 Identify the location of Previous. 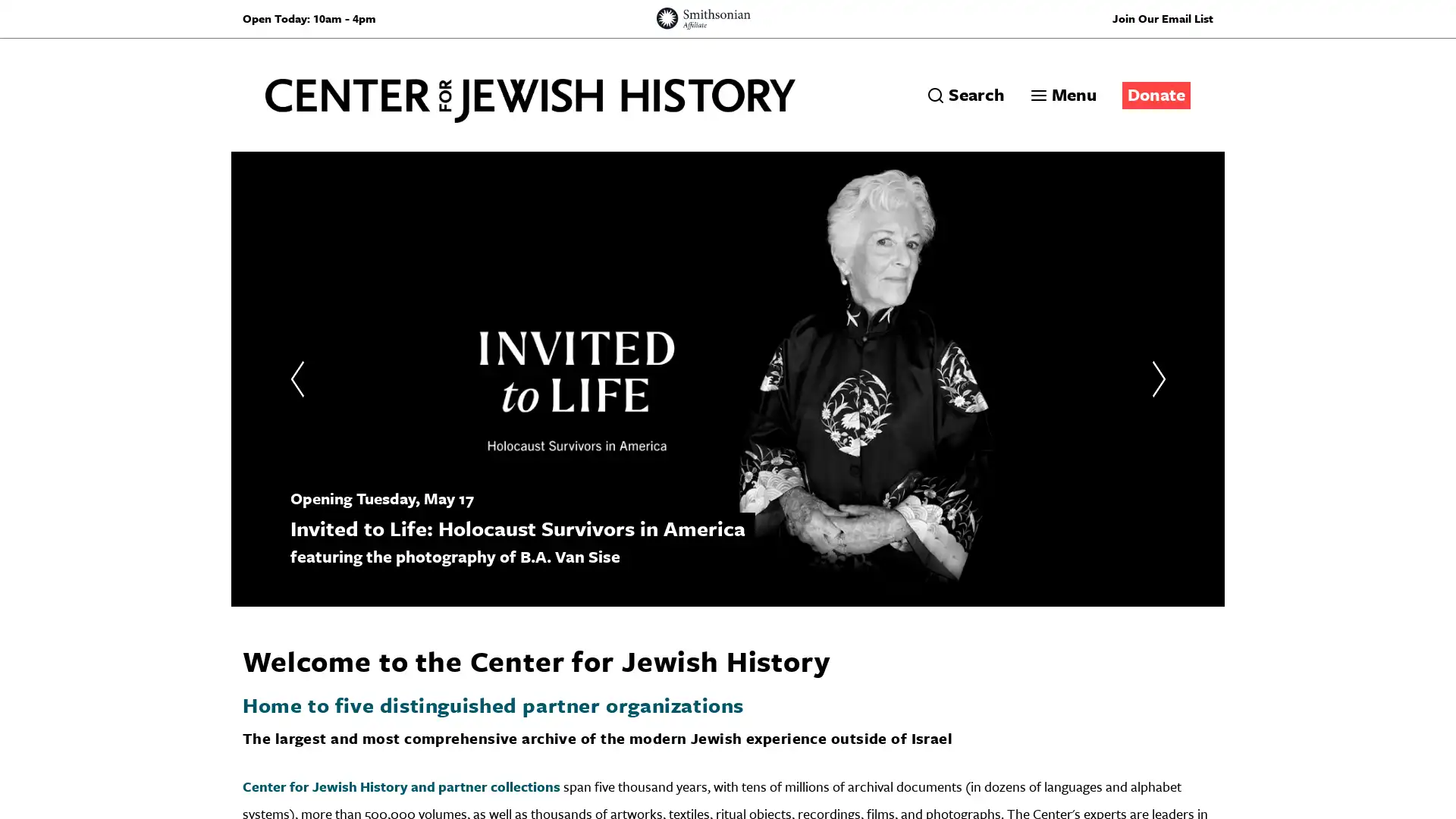
(297, 378).